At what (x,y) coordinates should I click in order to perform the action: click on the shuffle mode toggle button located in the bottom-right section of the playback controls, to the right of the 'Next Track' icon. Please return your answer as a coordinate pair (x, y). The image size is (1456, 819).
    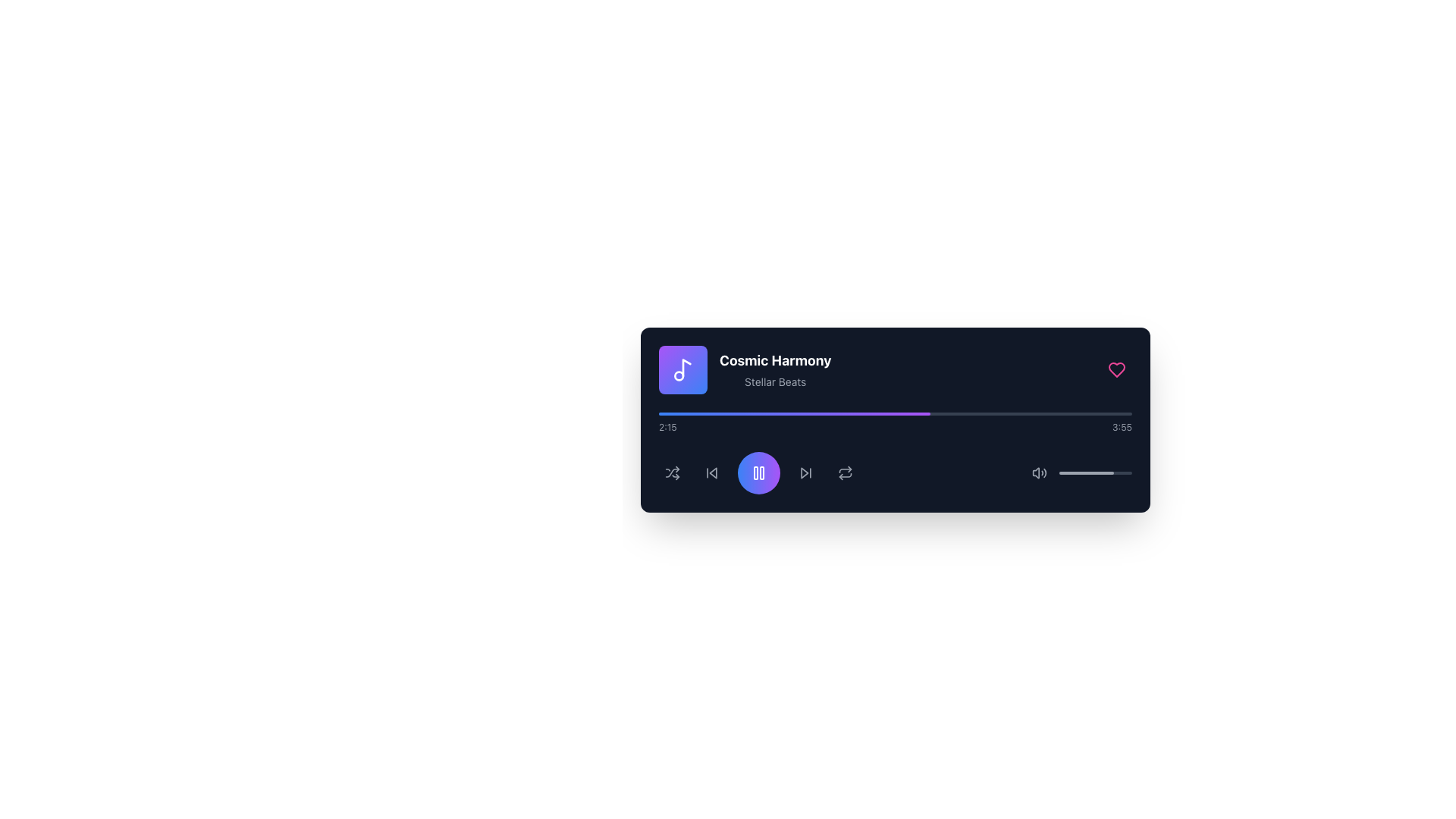
    Looking at the image, I should click on (672, 472).